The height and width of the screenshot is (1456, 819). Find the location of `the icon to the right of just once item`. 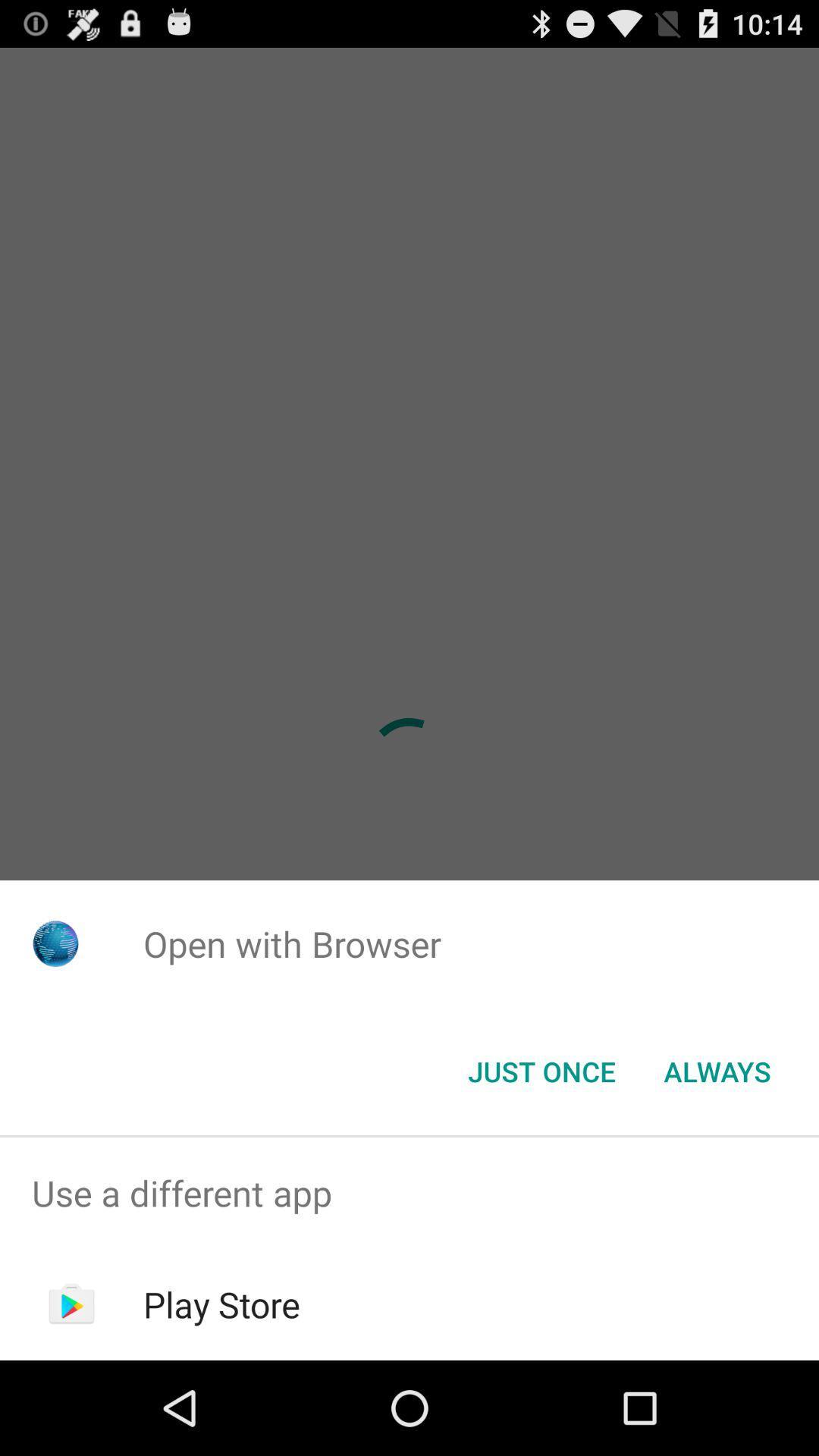

the icon to the right of just once item is located at coordinates (717, 1070).